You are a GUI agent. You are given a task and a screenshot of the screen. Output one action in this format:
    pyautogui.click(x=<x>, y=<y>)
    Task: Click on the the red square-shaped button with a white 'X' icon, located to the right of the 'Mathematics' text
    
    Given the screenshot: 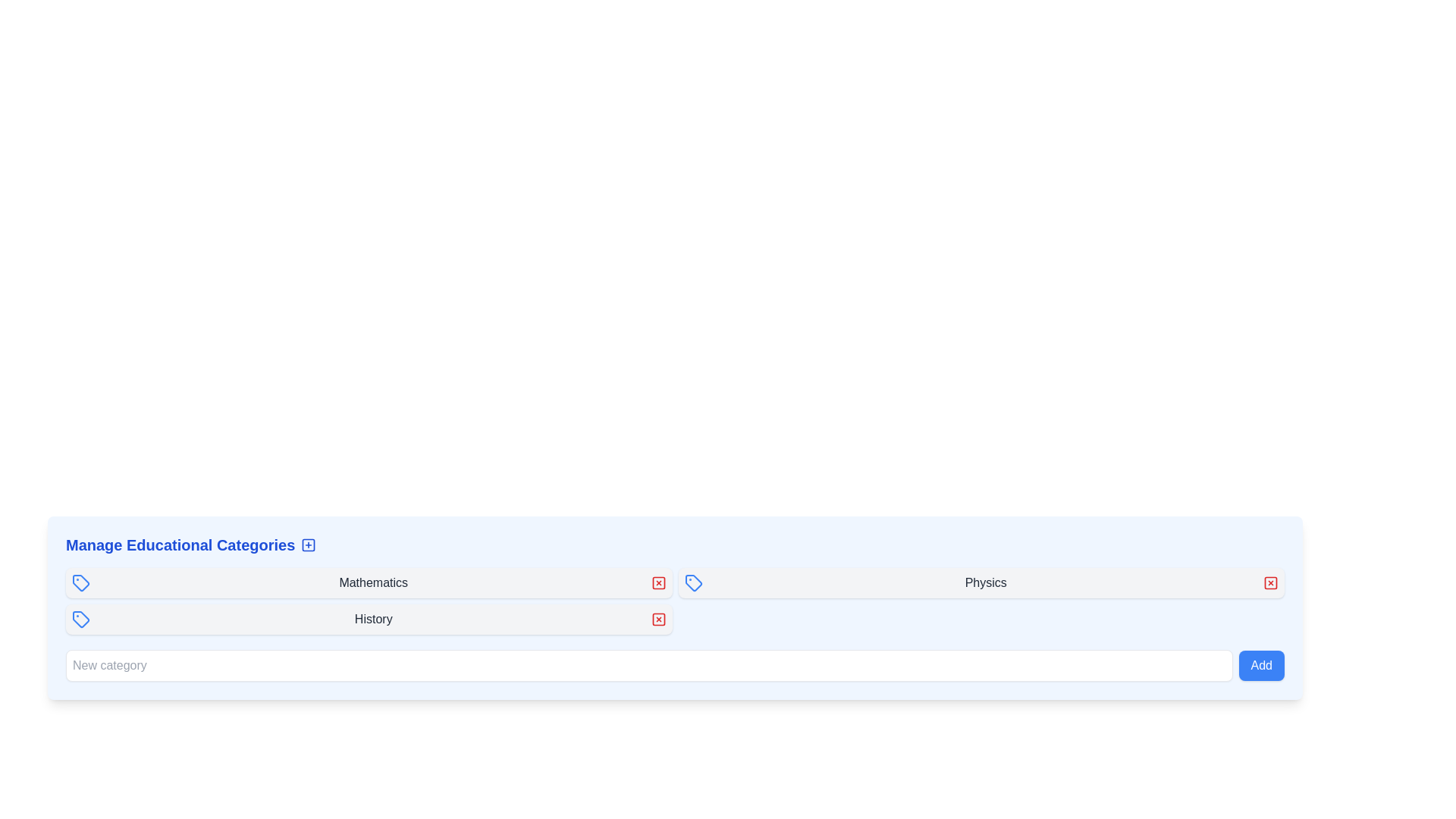 What is the action you would take?
    pyautogui.click(x=658, y=582)
    